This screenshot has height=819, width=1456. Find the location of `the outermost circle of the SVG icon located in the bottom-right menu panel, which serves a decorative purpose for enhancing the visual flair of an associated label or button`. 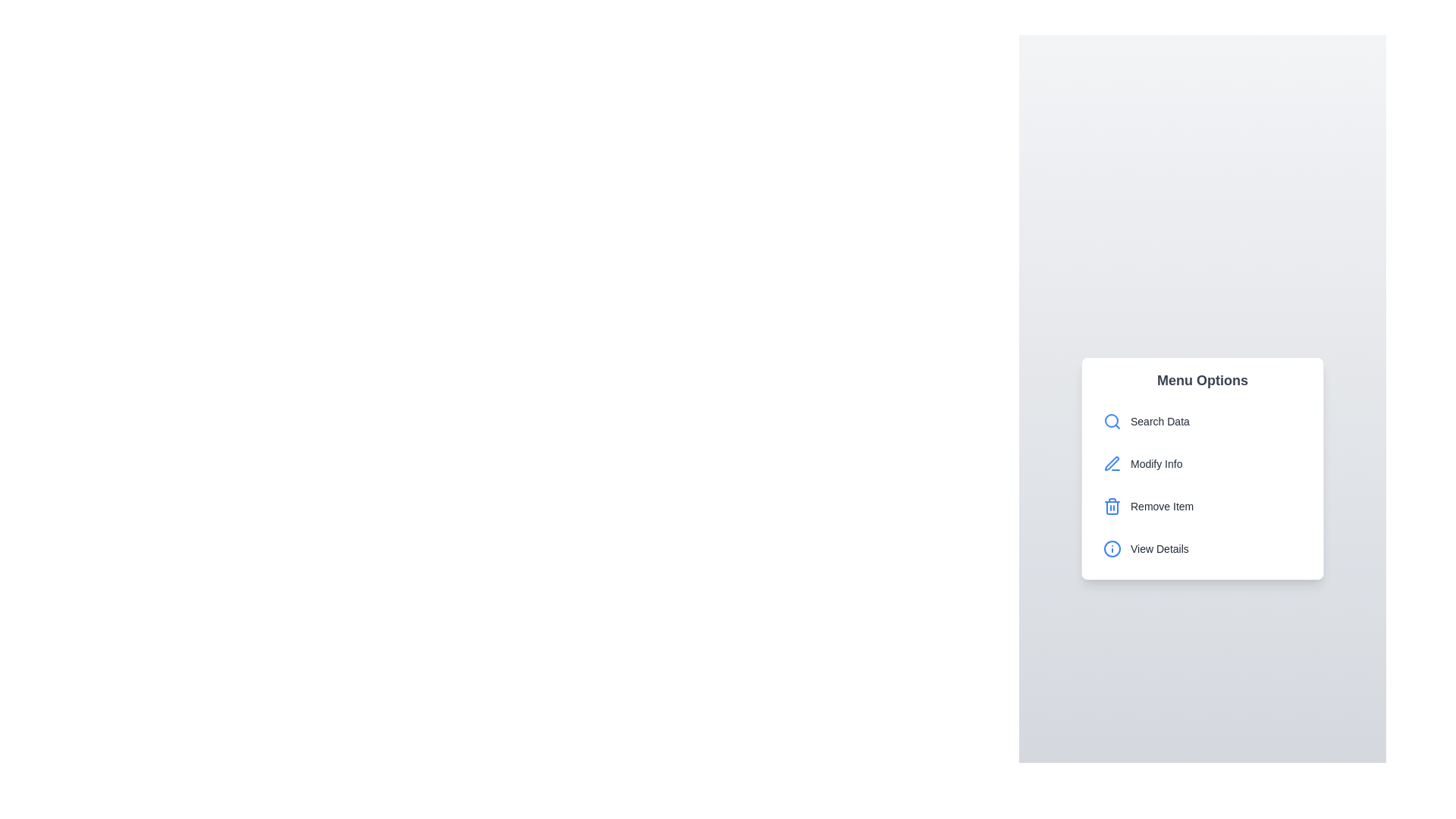

the outermost circle of the SVG icon located in the bottom-right menu panel, which serves a decorative purpose for enhancing the visual flair of an associated label or button is located at coordinates (1112, 549).